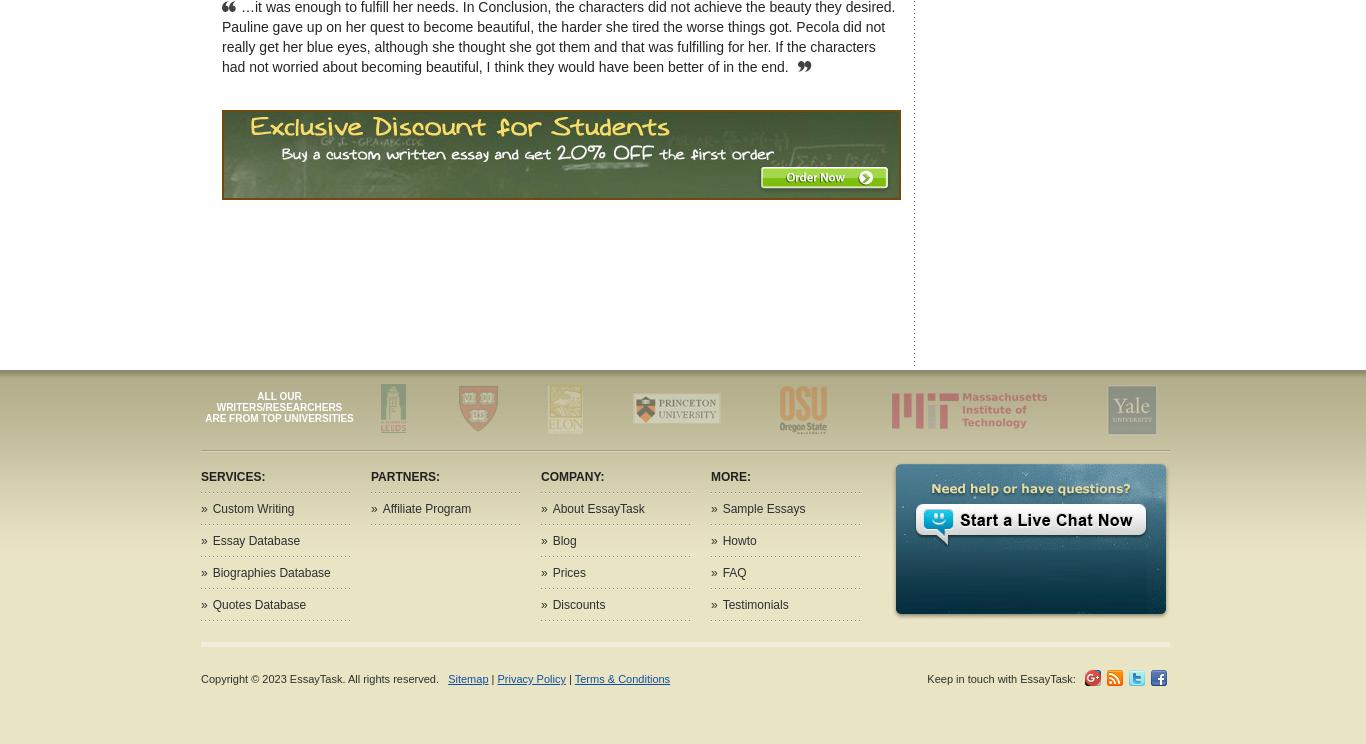 The width and height of the screenshot is (1366, 744). I want to click on 'About EssayTask', so click(597, 508).